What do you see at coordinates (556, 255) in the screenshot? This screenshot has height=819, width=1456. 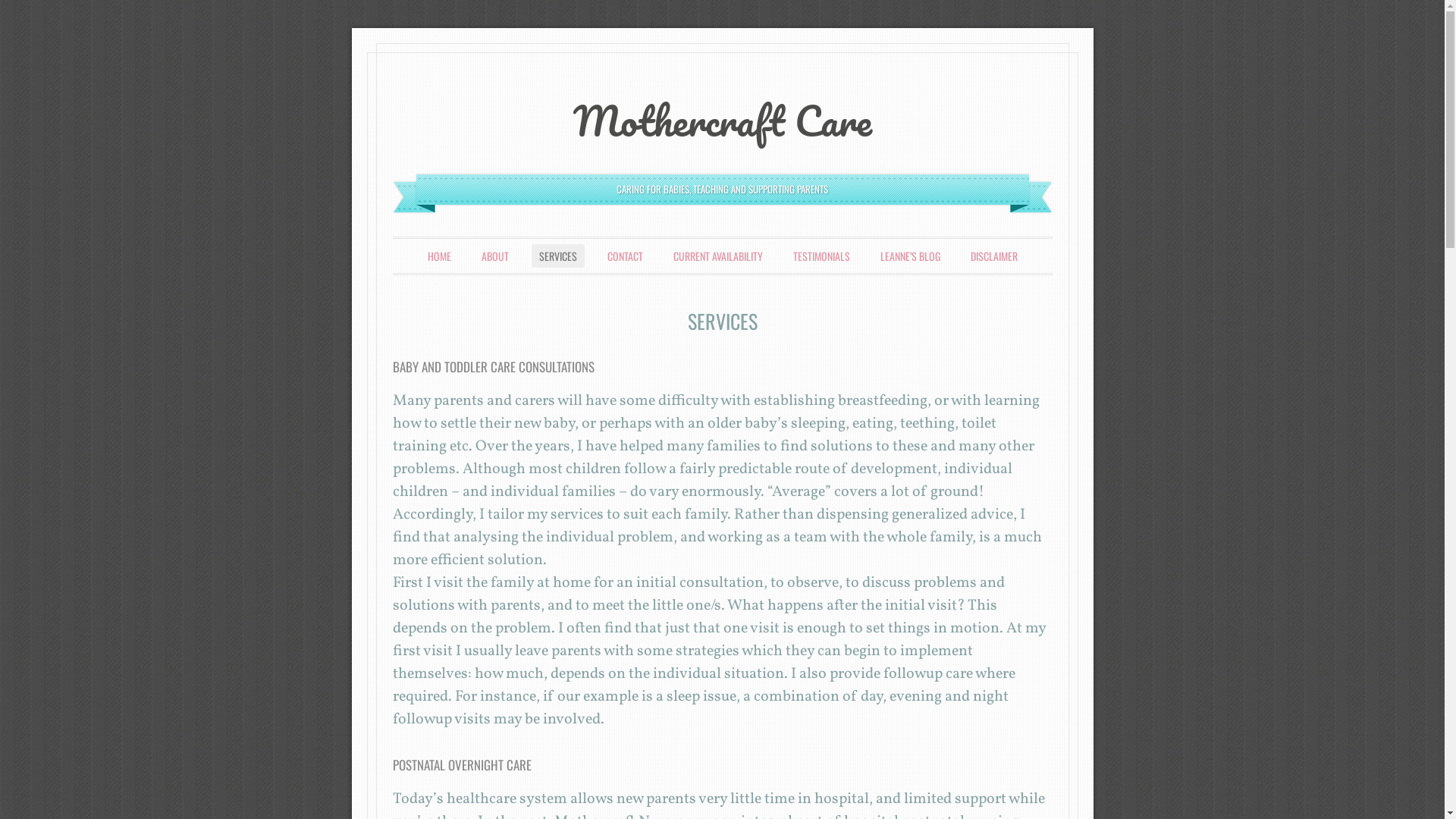 I see `'SERVICES'` at bounding box center [556, 255].